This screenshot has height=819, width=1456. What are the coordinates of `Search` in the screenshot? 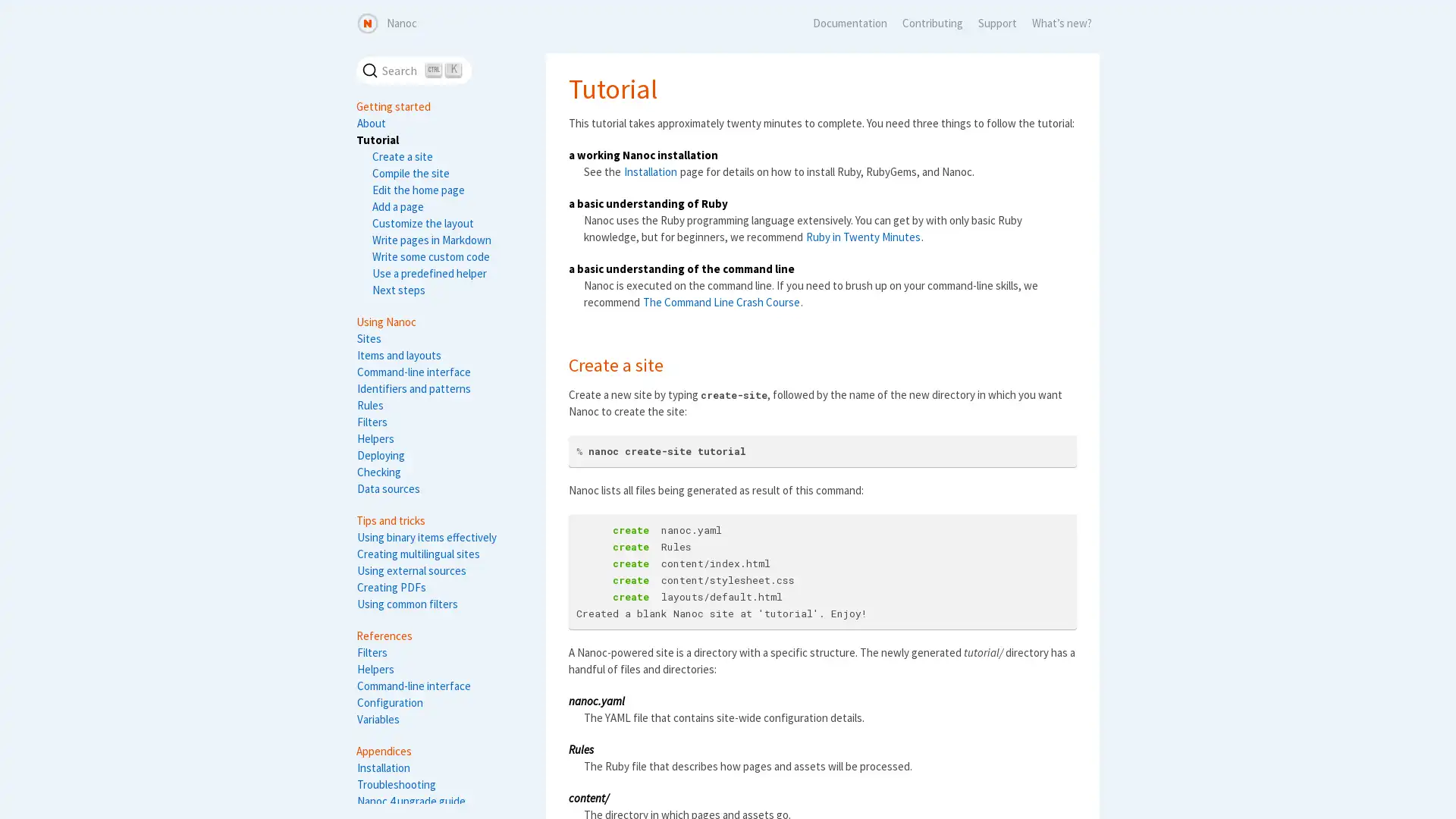 It's located at (414, 70).